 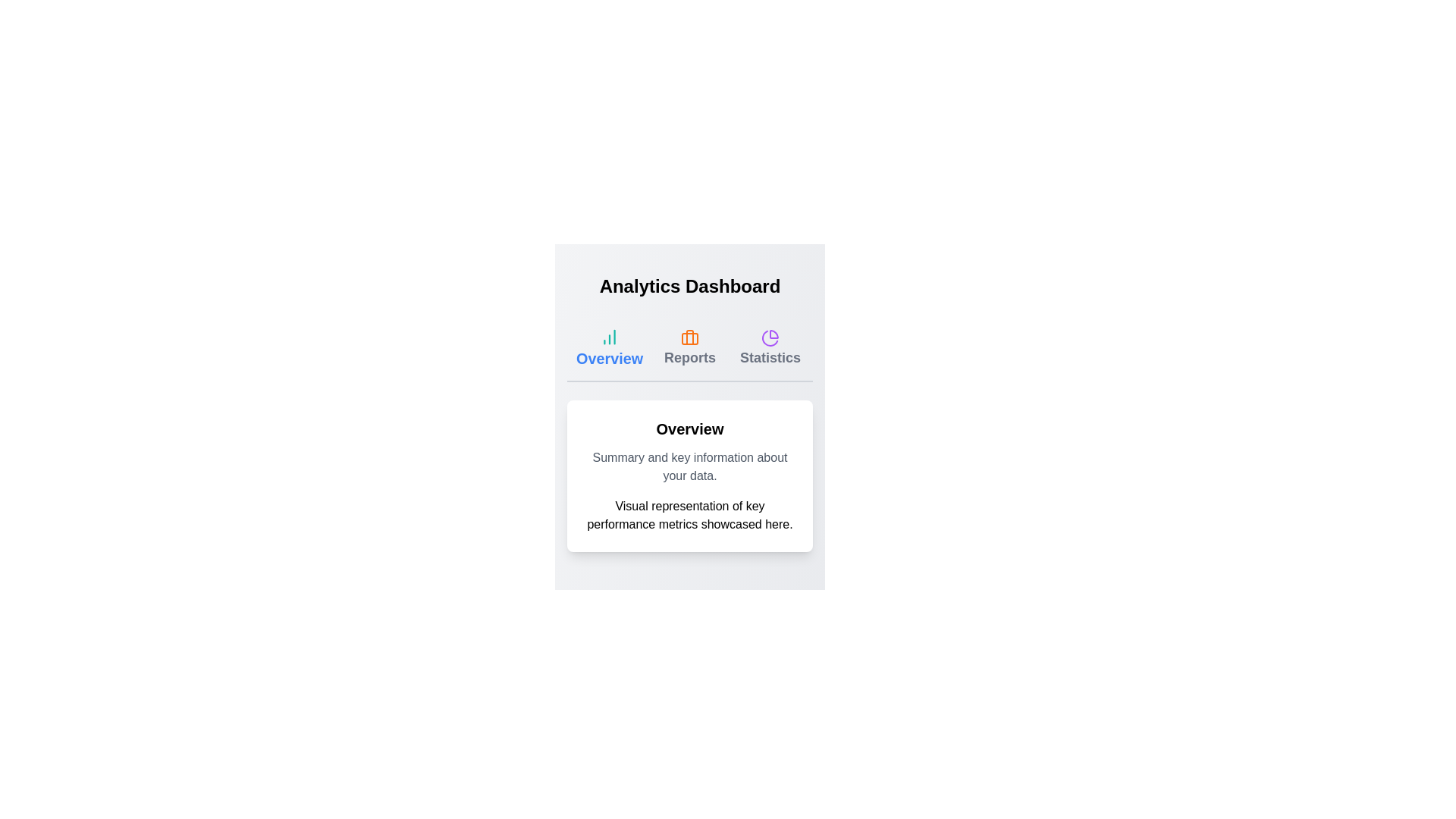 I want to click on the Overview tab, so click(x=610, y=348).